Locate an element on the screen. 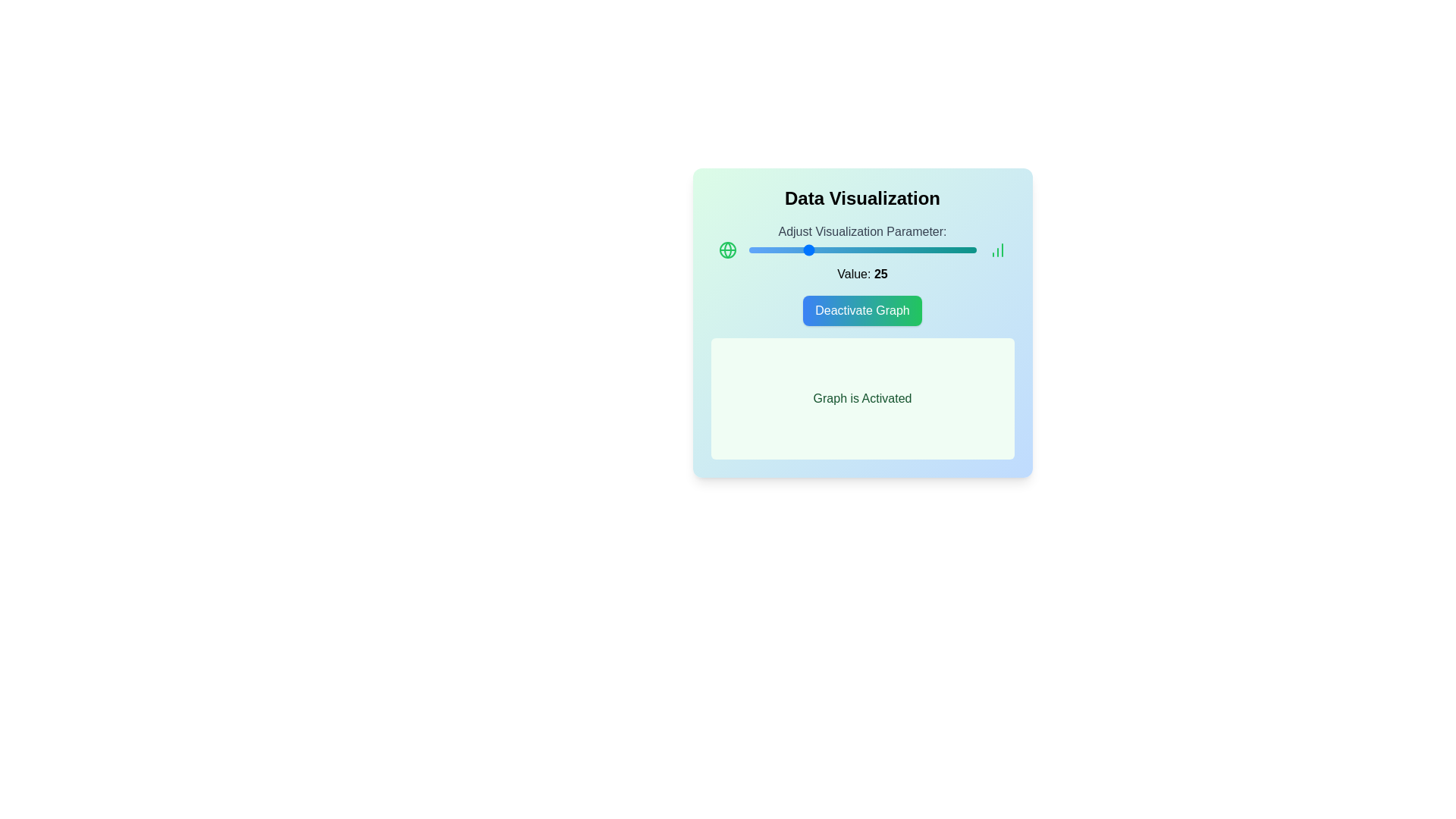 The image size is (1456, 819). the visualization parameter to 1 by adjusting the slider is located at coordinates (751, 249).